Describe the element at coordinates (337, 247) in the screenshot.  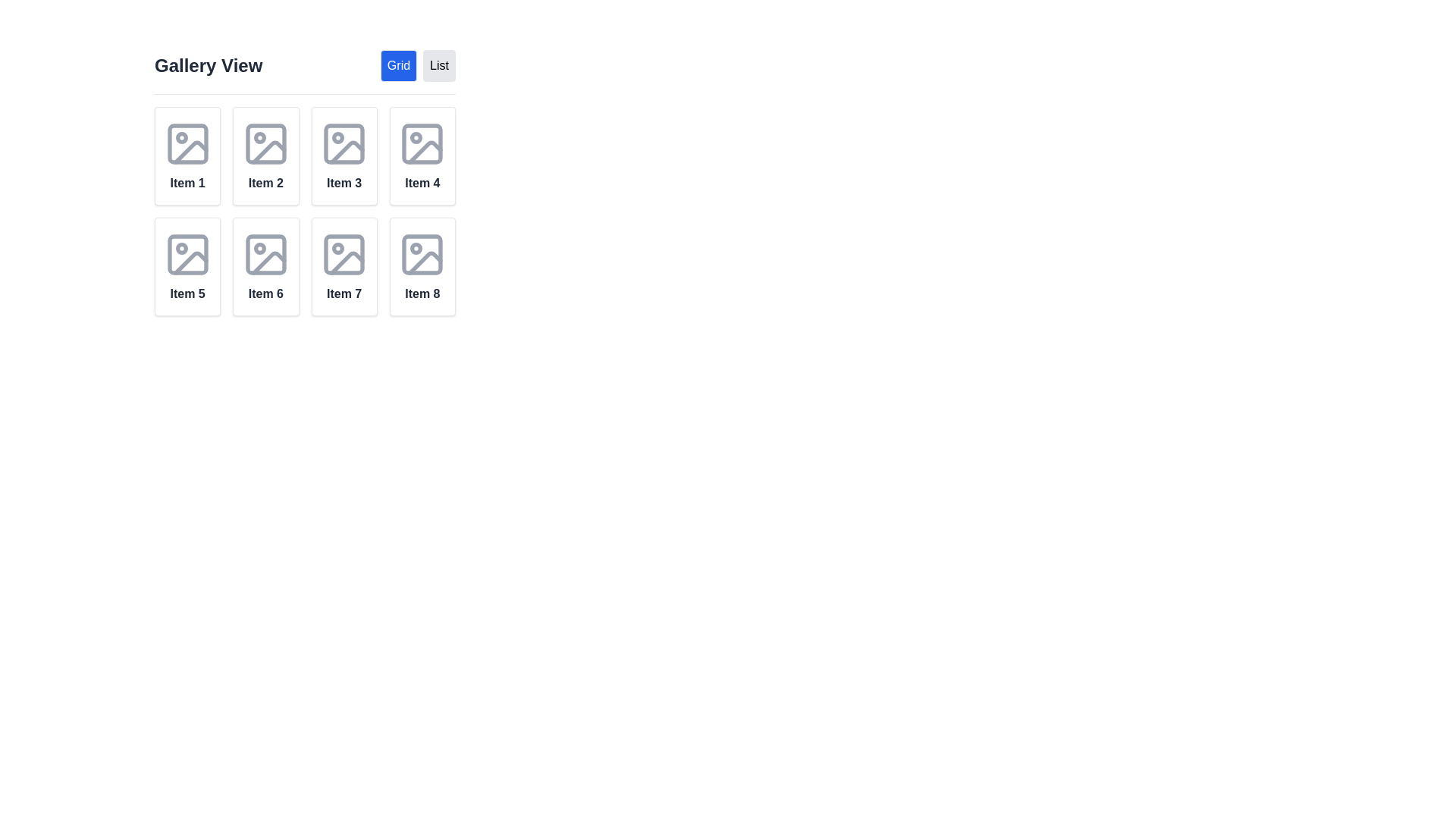
I see `the circular indicator located inside the seventh grid item in the bottom row of a 2x4 grid layout, which is part of the card labeled 'Item 7'` at that location.